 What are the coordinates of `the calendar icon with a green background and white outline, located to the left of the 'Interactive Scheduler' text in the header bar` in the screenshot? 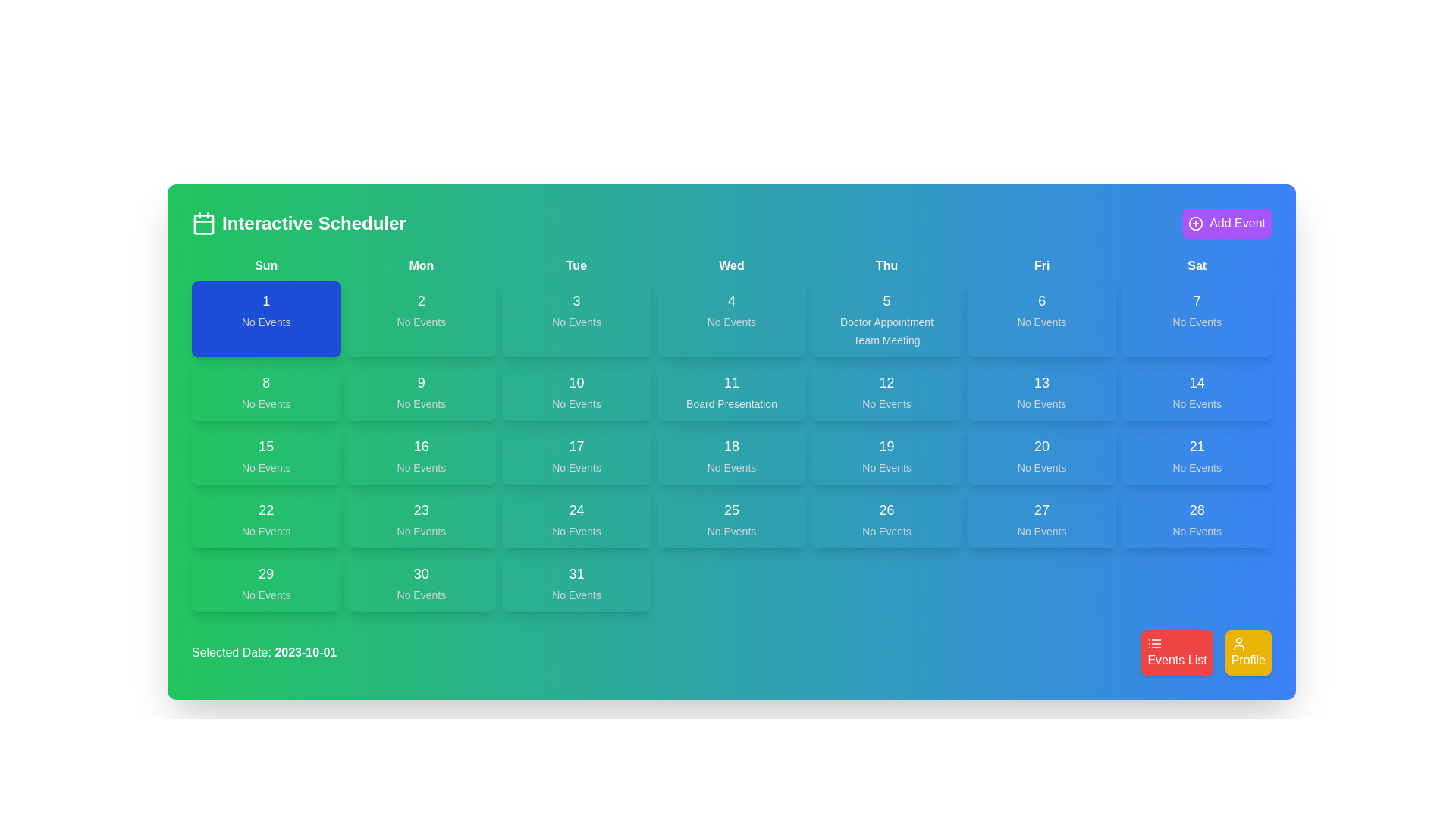 It's located at (202, 223).